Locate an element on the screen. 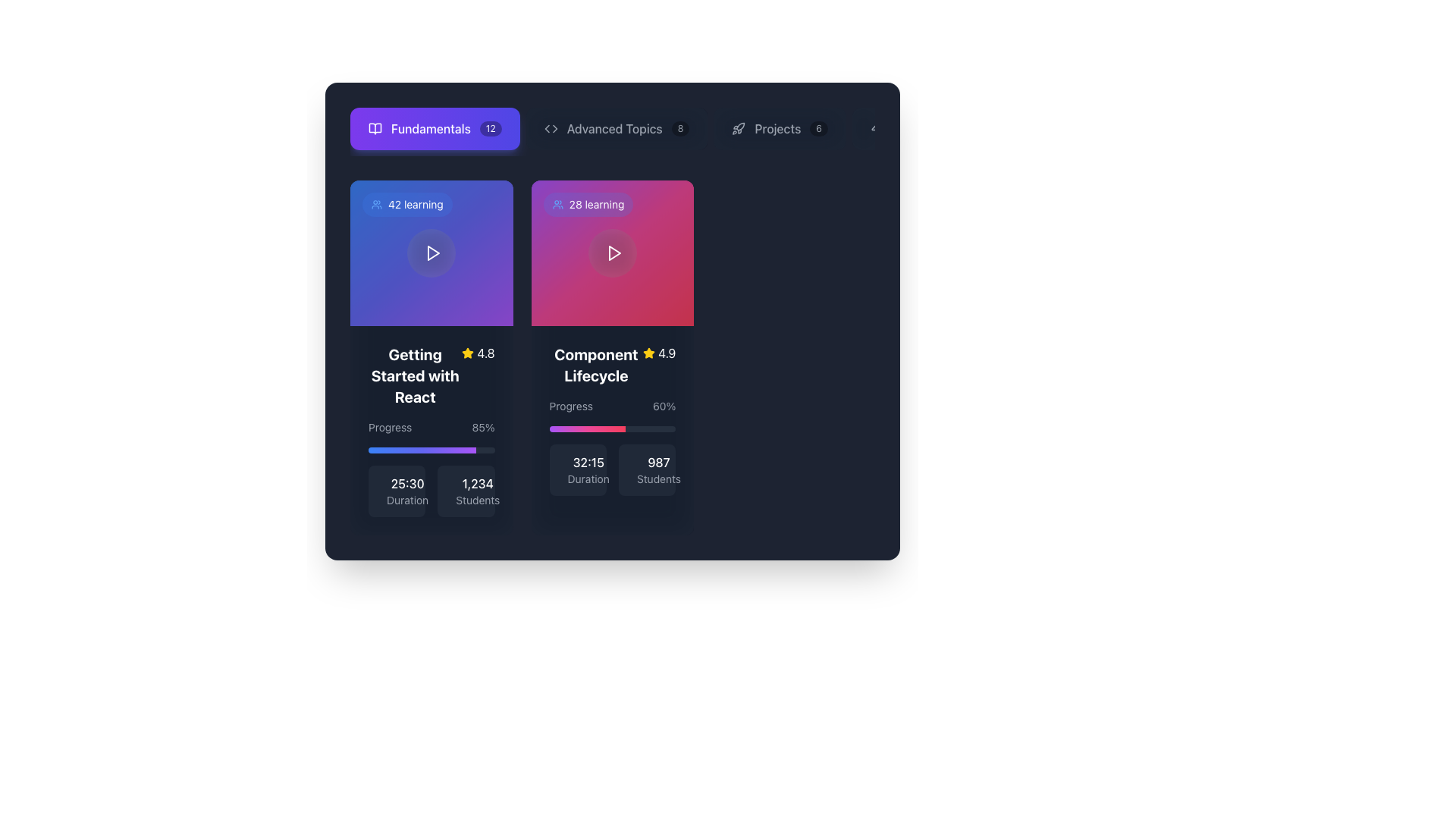 Image resolution: width=1456 pixels, height=819 pixels. the small rectangular badge with a translucent black background displaying the number '8', located to the right of the text 'Advanced Topics' is located at coordinates (679, 127).